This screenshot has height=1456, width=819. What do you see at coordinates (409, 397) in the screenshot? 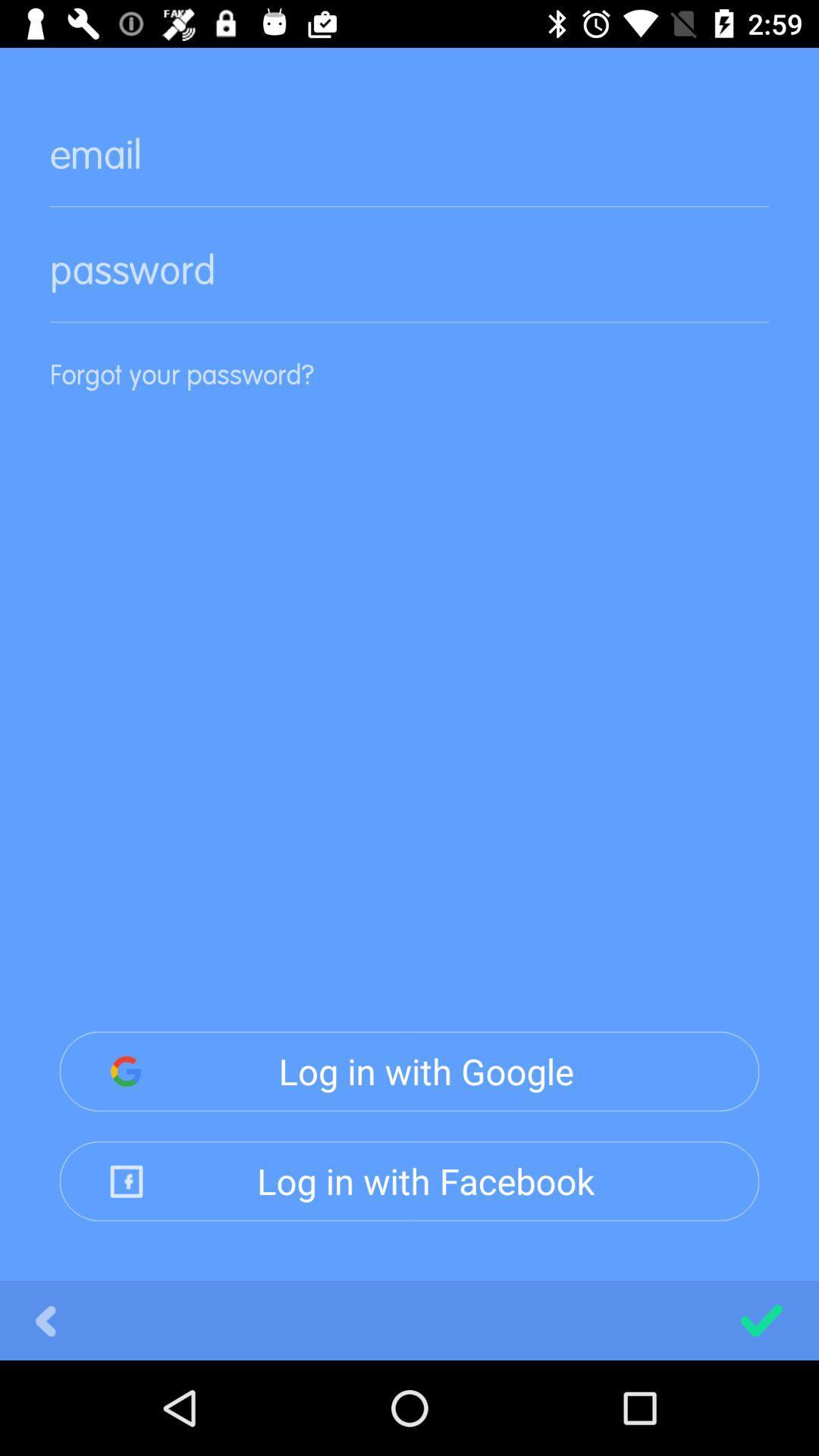
I see `the item above log in with icon` at bounding box center [409, 397].